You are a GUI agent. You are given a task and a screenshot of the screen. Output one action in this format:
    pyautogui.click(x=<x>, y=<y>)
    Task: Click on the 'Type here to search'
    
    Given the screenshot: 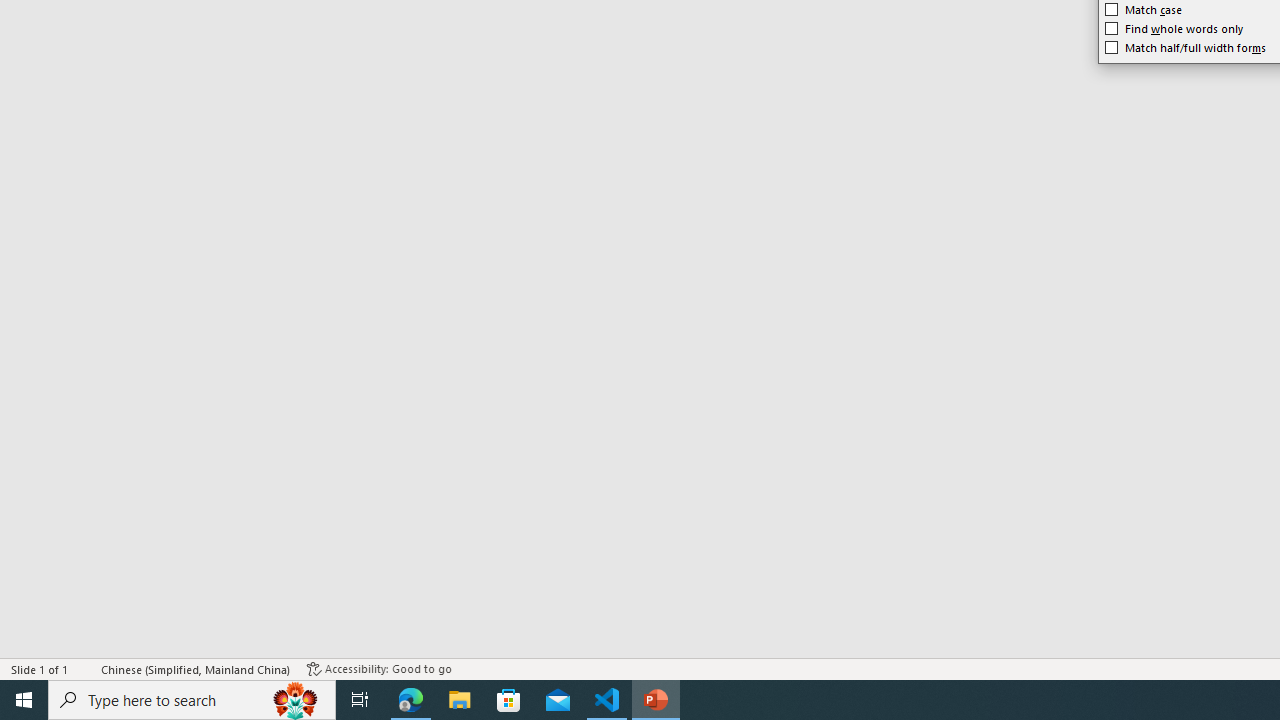 What is the action you would take?
    pyautogui.click(x=192, y=698)
    